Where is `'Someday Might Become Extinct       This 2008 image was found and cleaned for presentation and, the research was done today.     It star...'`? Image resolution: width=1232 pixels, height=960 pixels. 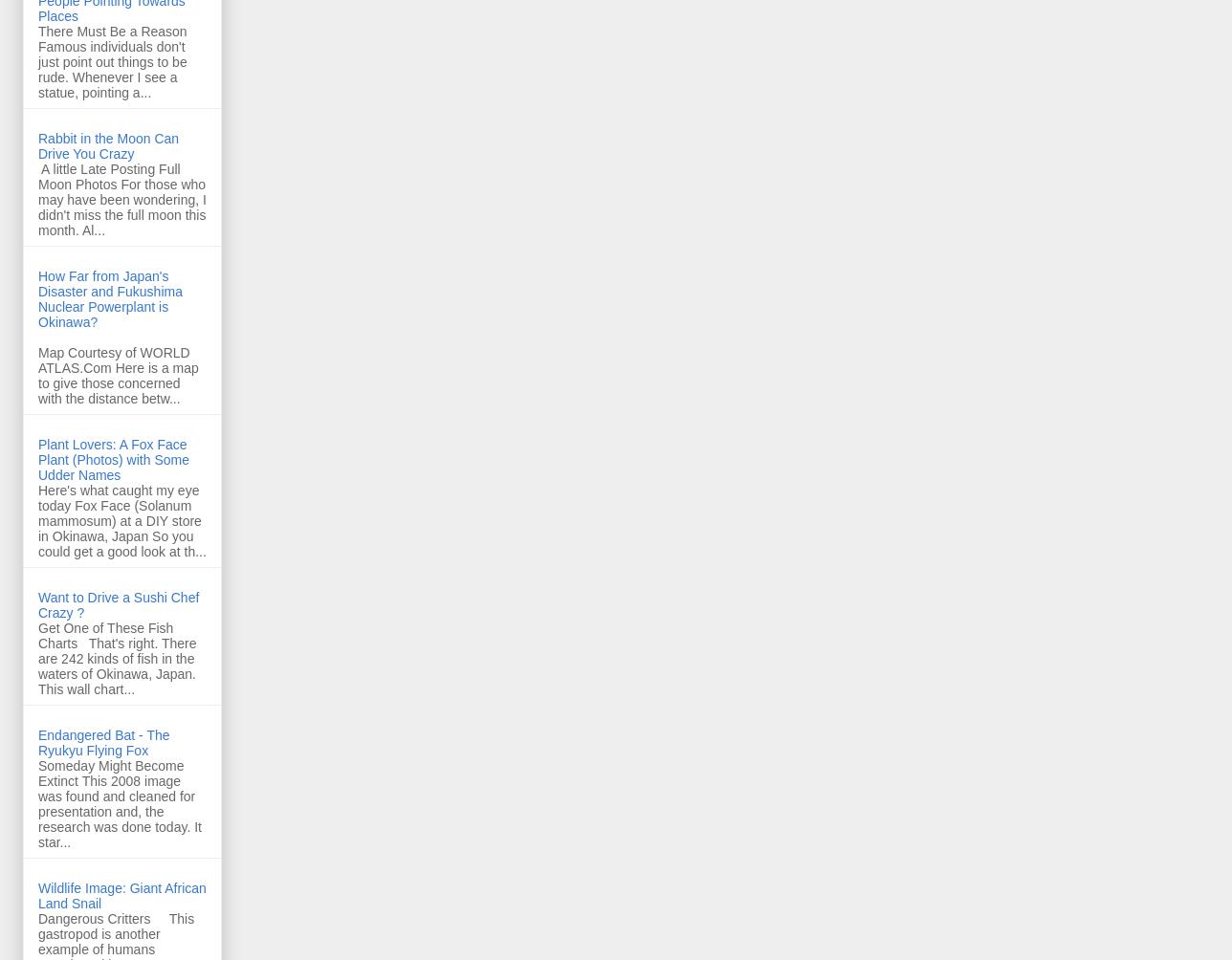 'Someday Might Become Extinct       This 2008 image was found and cleaned for presentation and, the research was done today.     It star...' is located at coordinates (119, 803).